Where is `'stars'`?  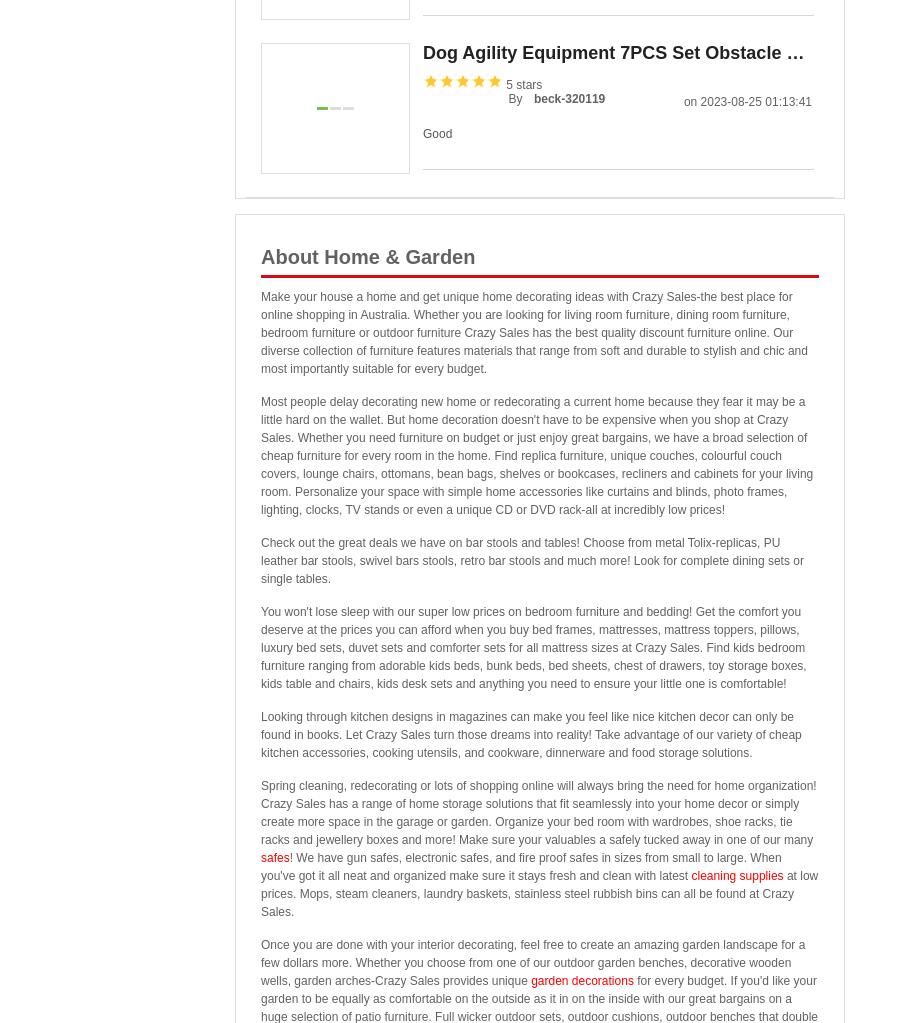
'stars' is located at coordinates (527, 85).